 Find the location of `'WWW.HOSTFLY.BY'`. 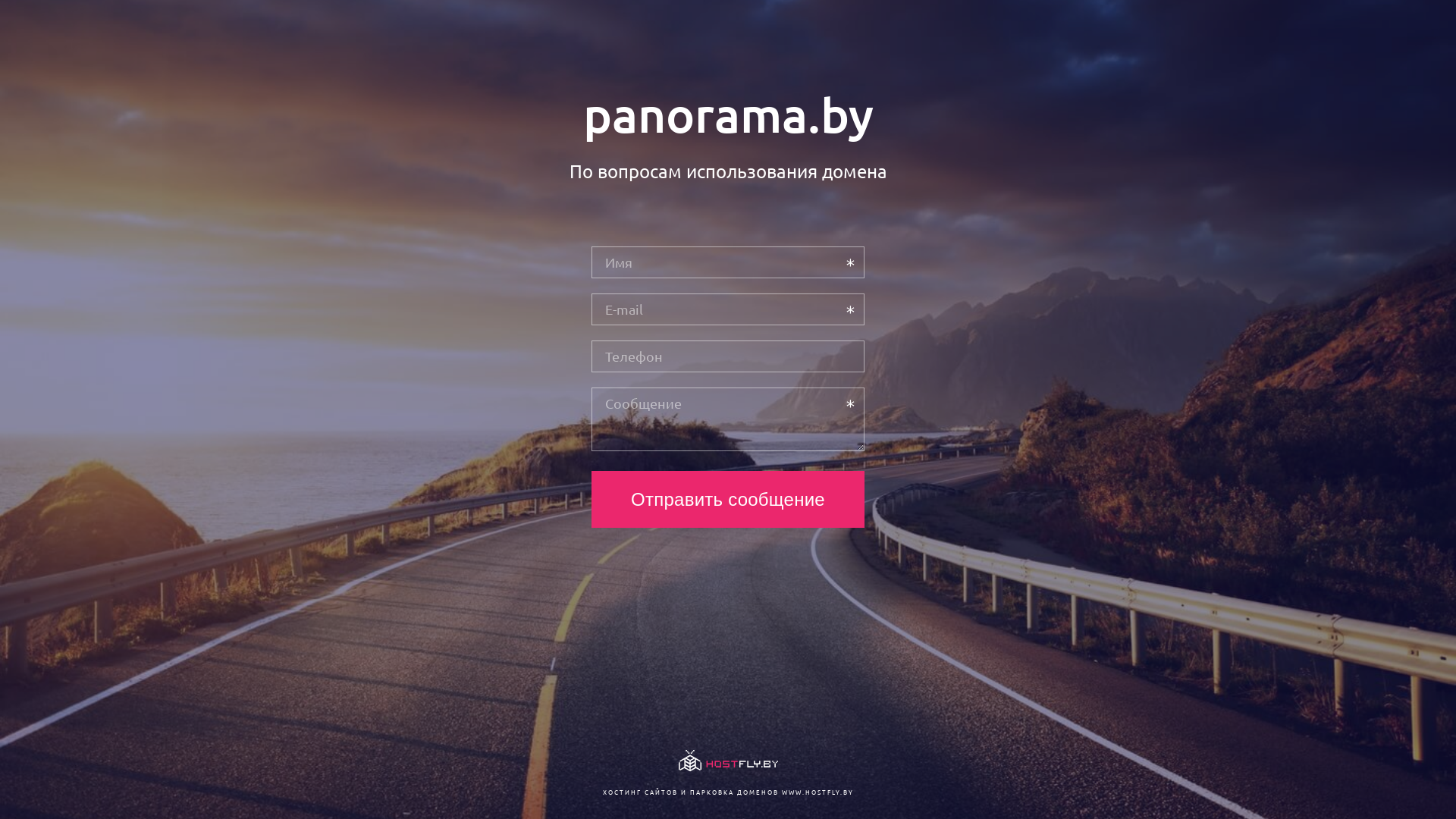

'WWW.HOSTFLY.BY' is located at coordinates (816, 791).